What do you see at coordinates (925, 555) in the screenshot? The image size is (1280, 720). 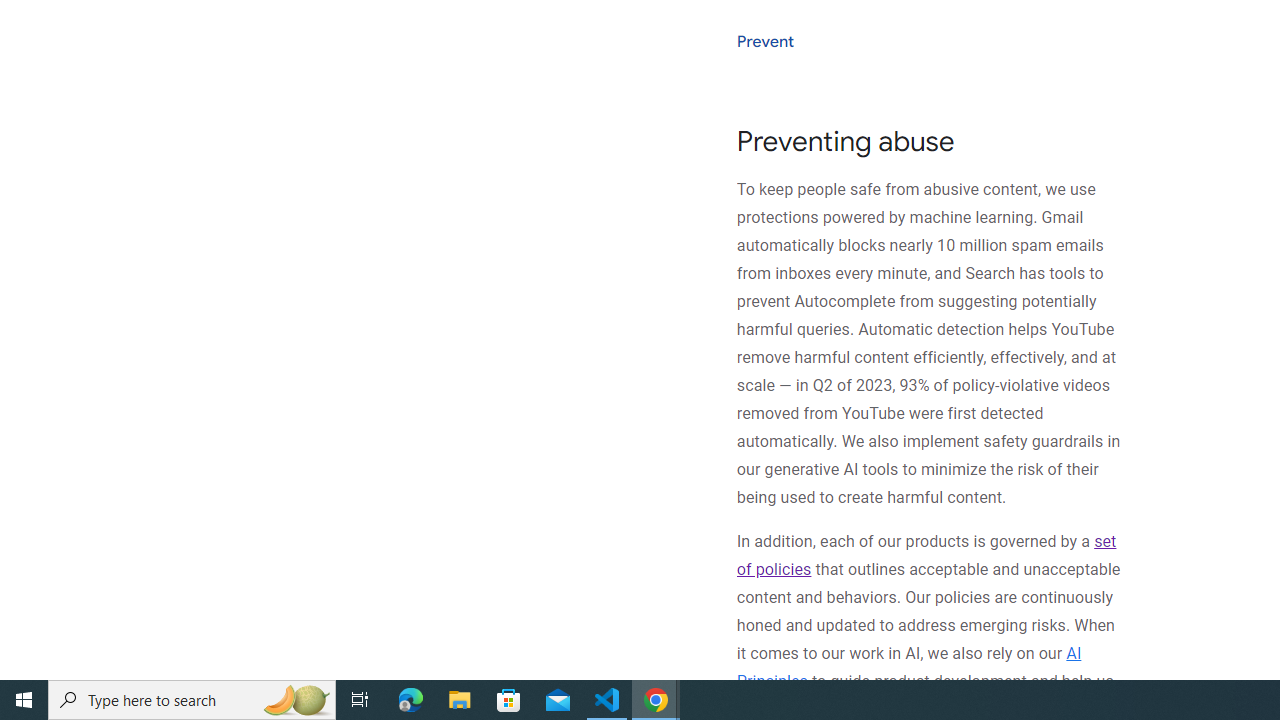 I see `'set of policies'` at bounding box center [925, 555].